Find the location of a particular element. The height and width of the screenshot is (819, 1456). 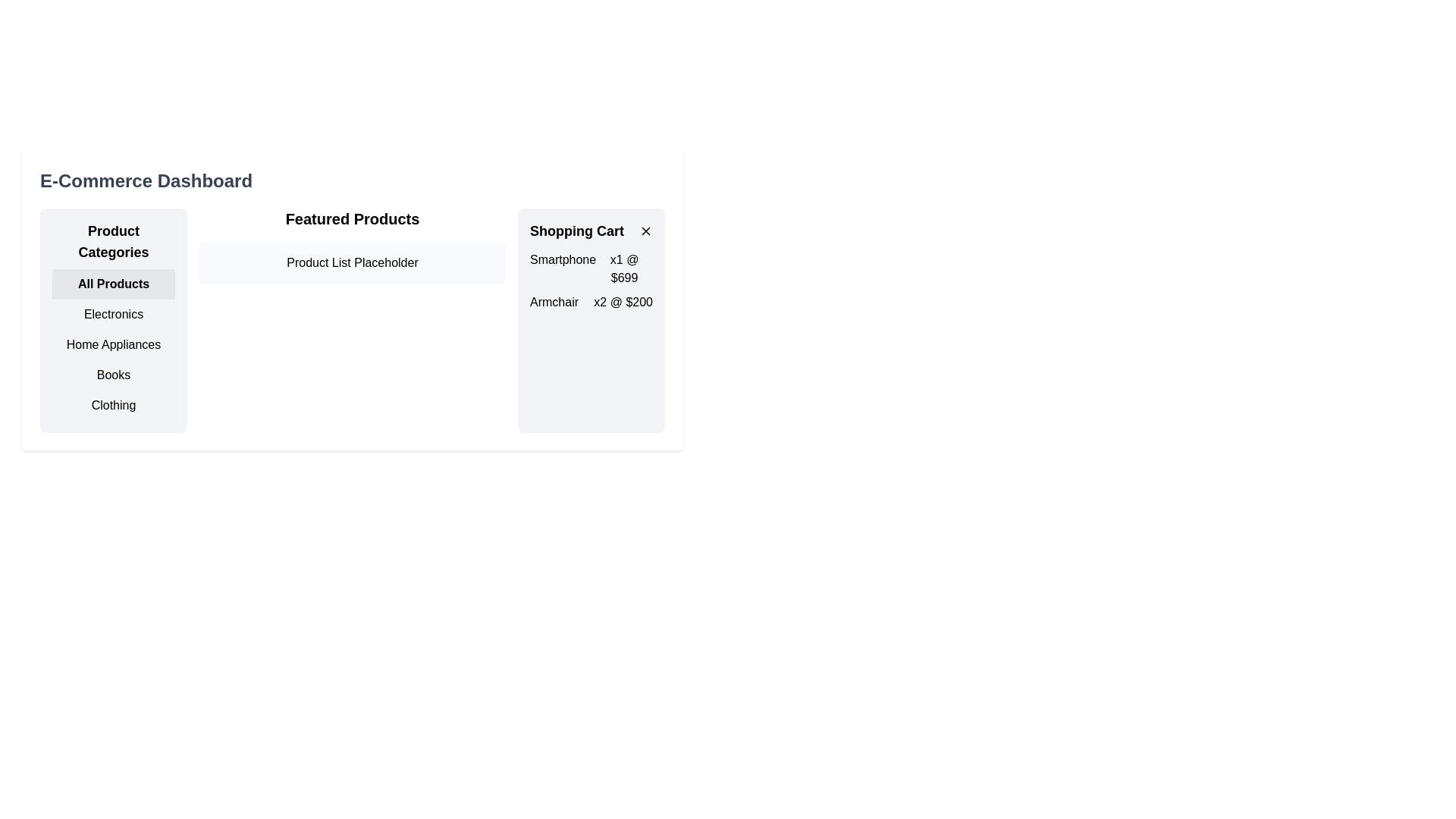

the 'Clothing' category list item in the 'Product Categories' section is located at coordinates (112, 405).